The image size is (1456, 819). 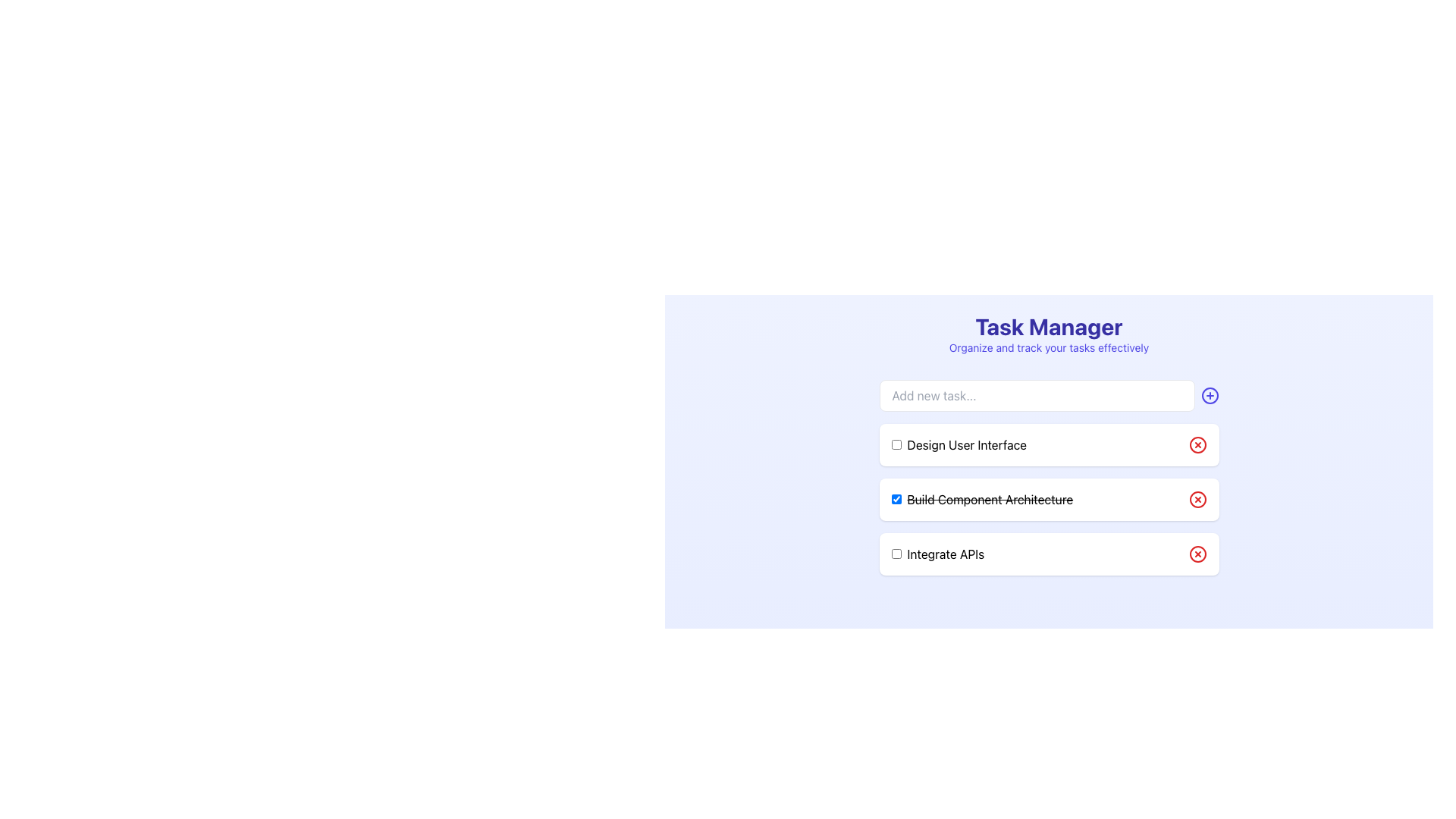 What do you see at coordinates (966, 444) in the screenshot?
I see `the text label displaying 'Design User Interface.' which is positioned next to a checkbox in the task management interface` at bounding box center [966, 444].